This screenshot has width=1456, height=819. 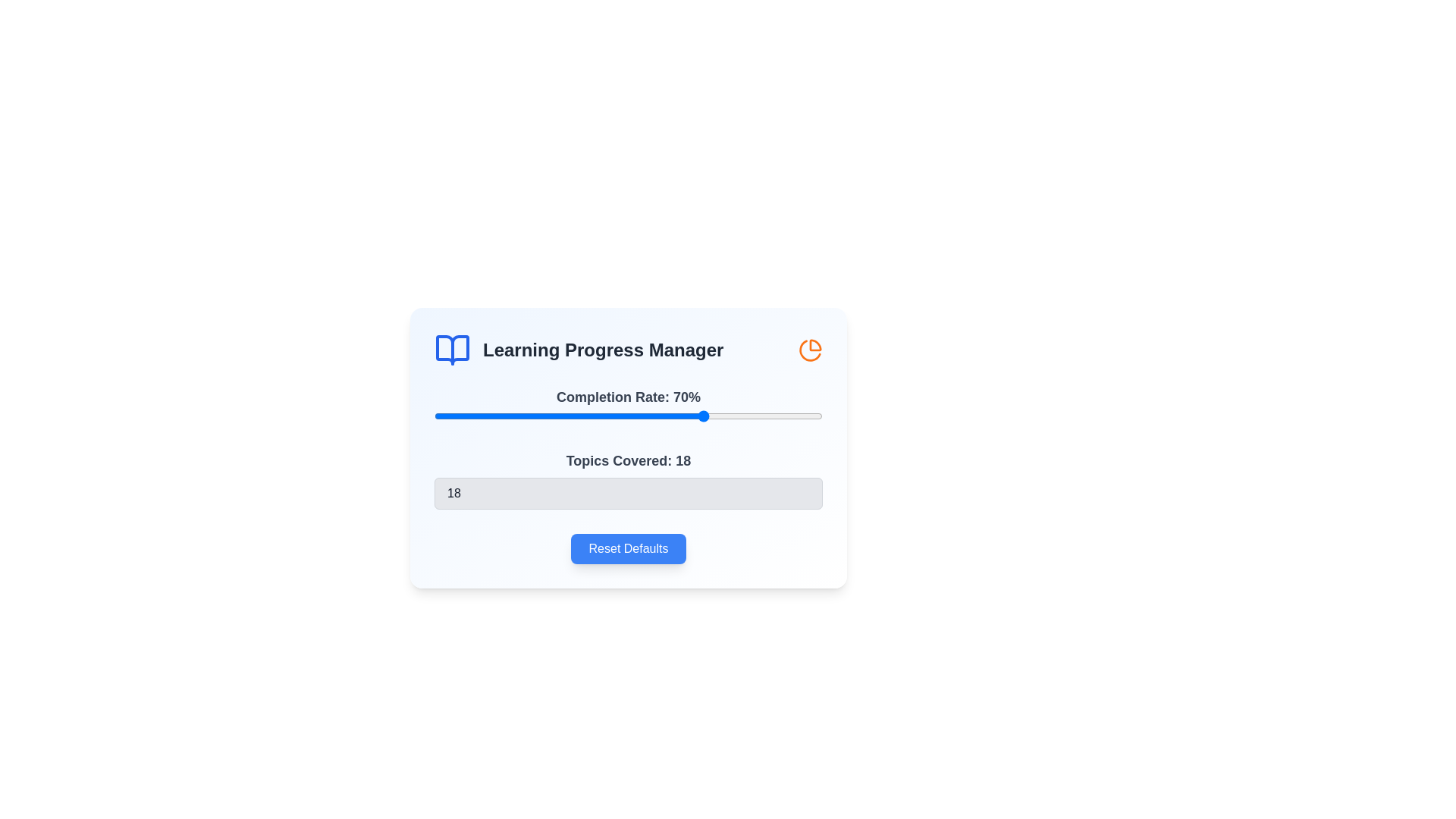 What do you see at coordinates (629, 494) in the screenshot?
I see `the number of topics covered to 9 by entering the value in the input box` at bounding box center [629, 494].